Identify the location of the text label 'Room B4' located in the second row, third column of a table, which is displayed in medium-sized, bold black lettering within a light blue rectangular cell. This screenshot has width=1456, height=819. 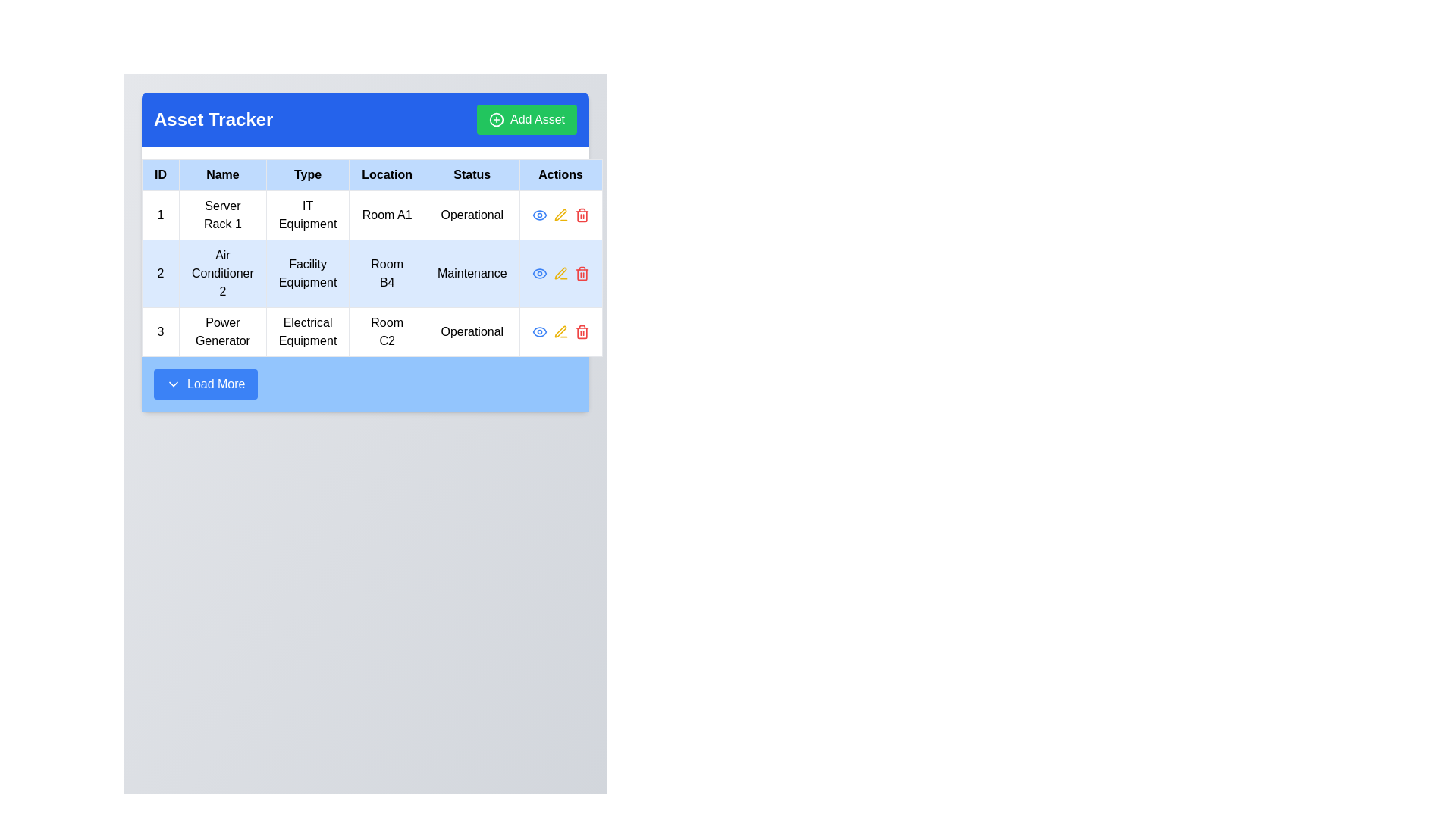
(387, 274).